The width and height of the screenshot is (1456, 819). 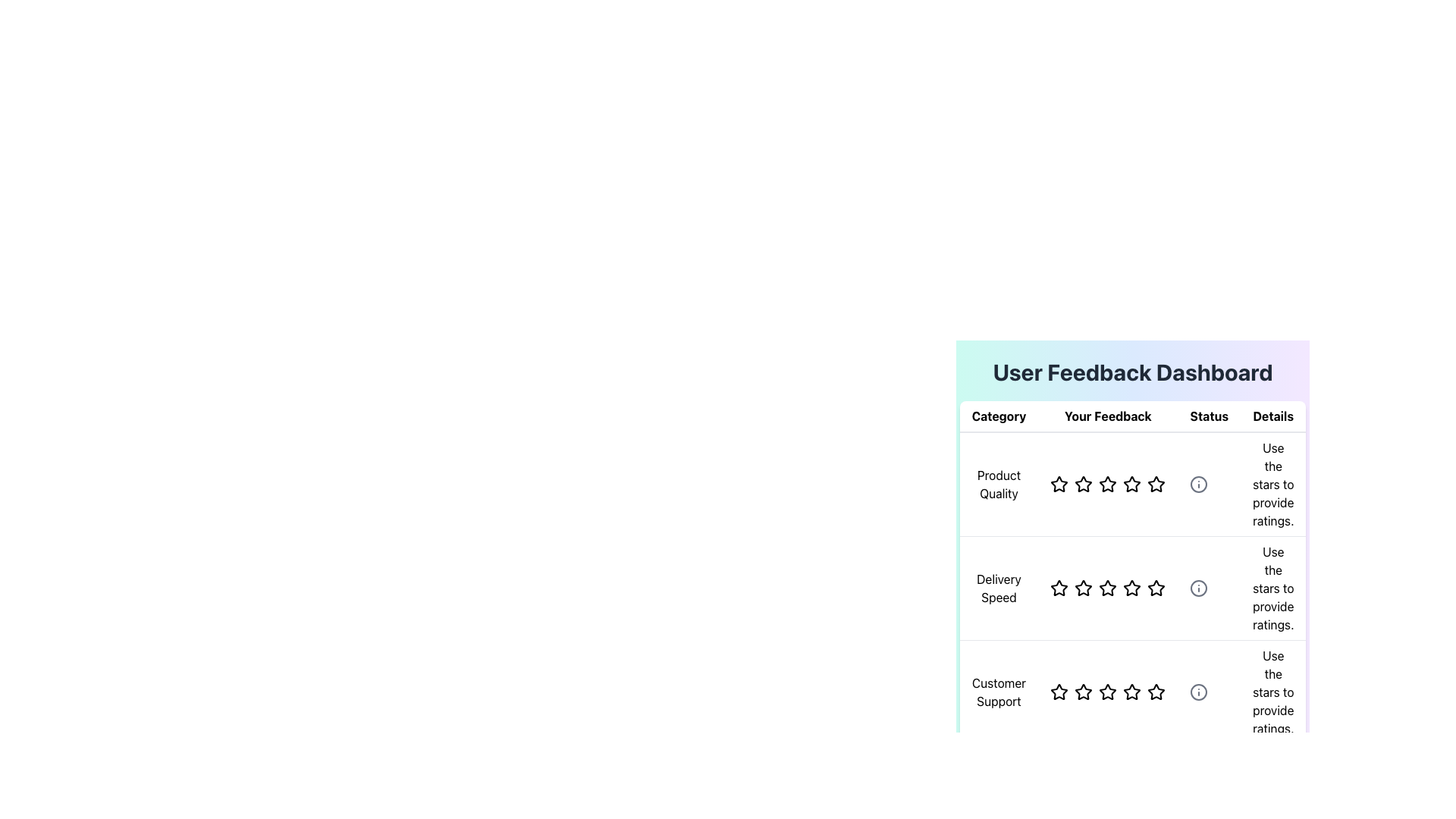 What do you see at coordinates (1083, 485) in the screenshot?
I see `the second star in the row of rating stars for the 'Product Quality' category` at bounding box center [1083, 485].